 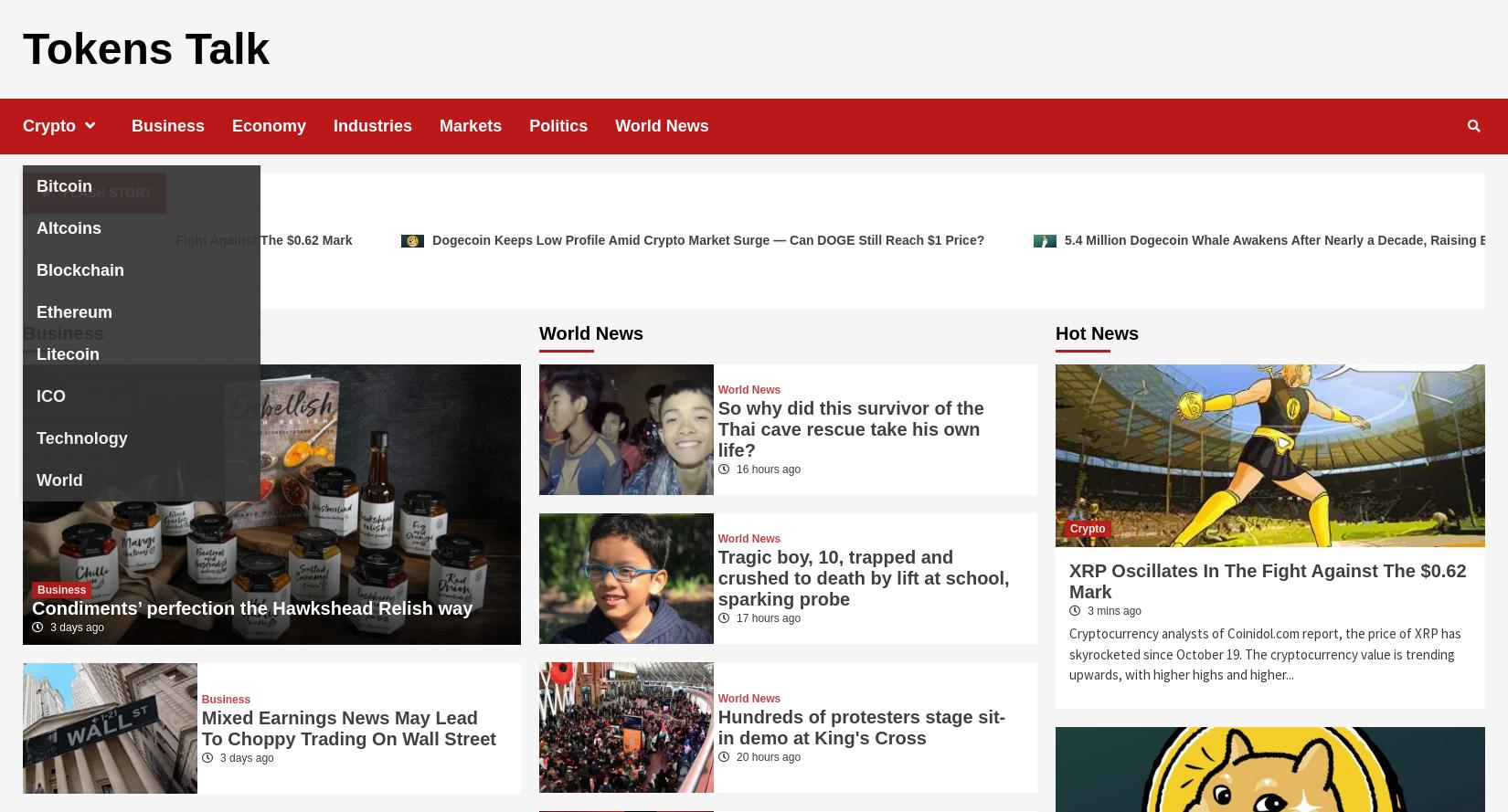 I want to click on '16 hours ago', so click(x=767, y=469).